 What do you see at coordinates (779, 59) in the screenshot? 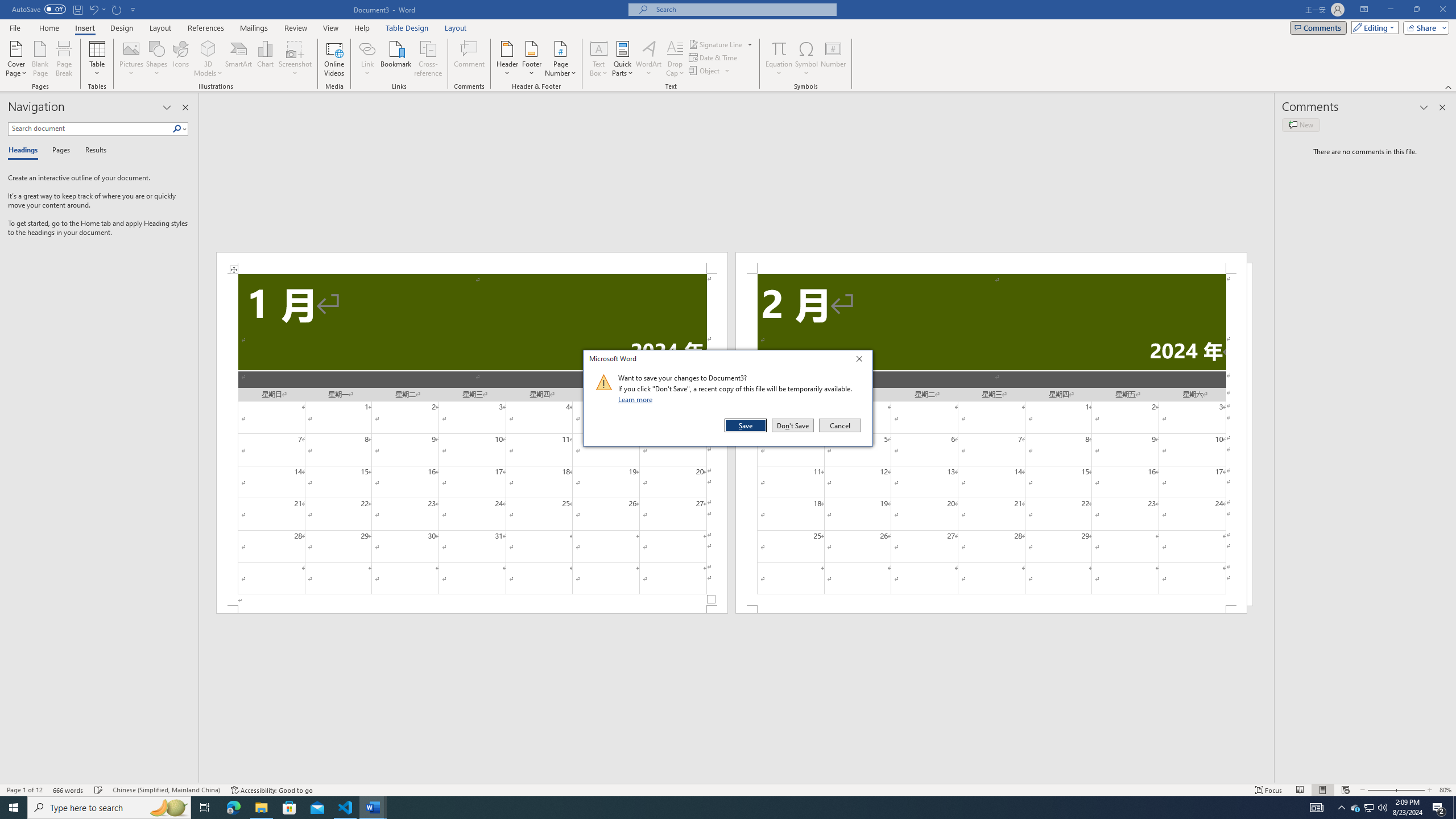
I see `'Equation'` at bounding box center [779, 59].